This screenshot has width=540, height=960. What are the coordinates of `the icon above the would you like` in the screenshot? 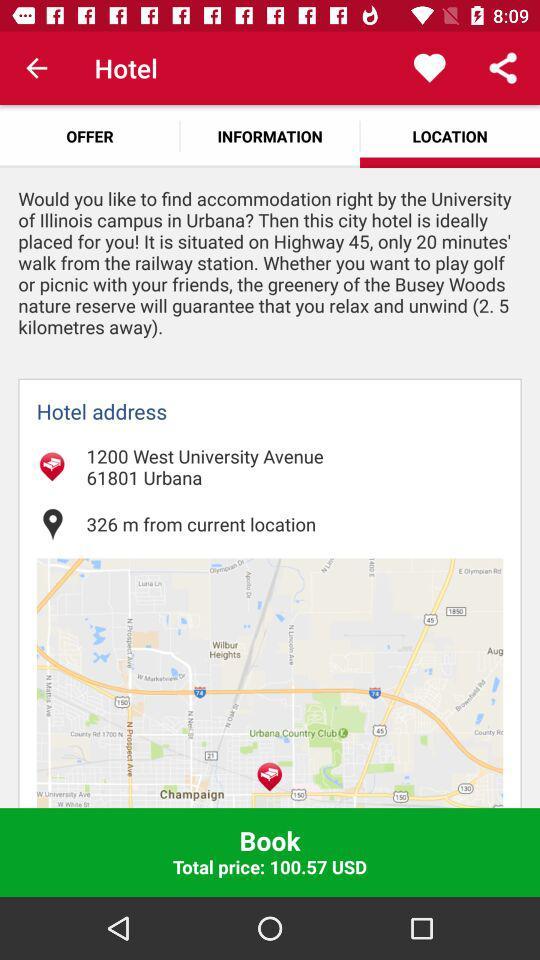 It's located at (89, 135).